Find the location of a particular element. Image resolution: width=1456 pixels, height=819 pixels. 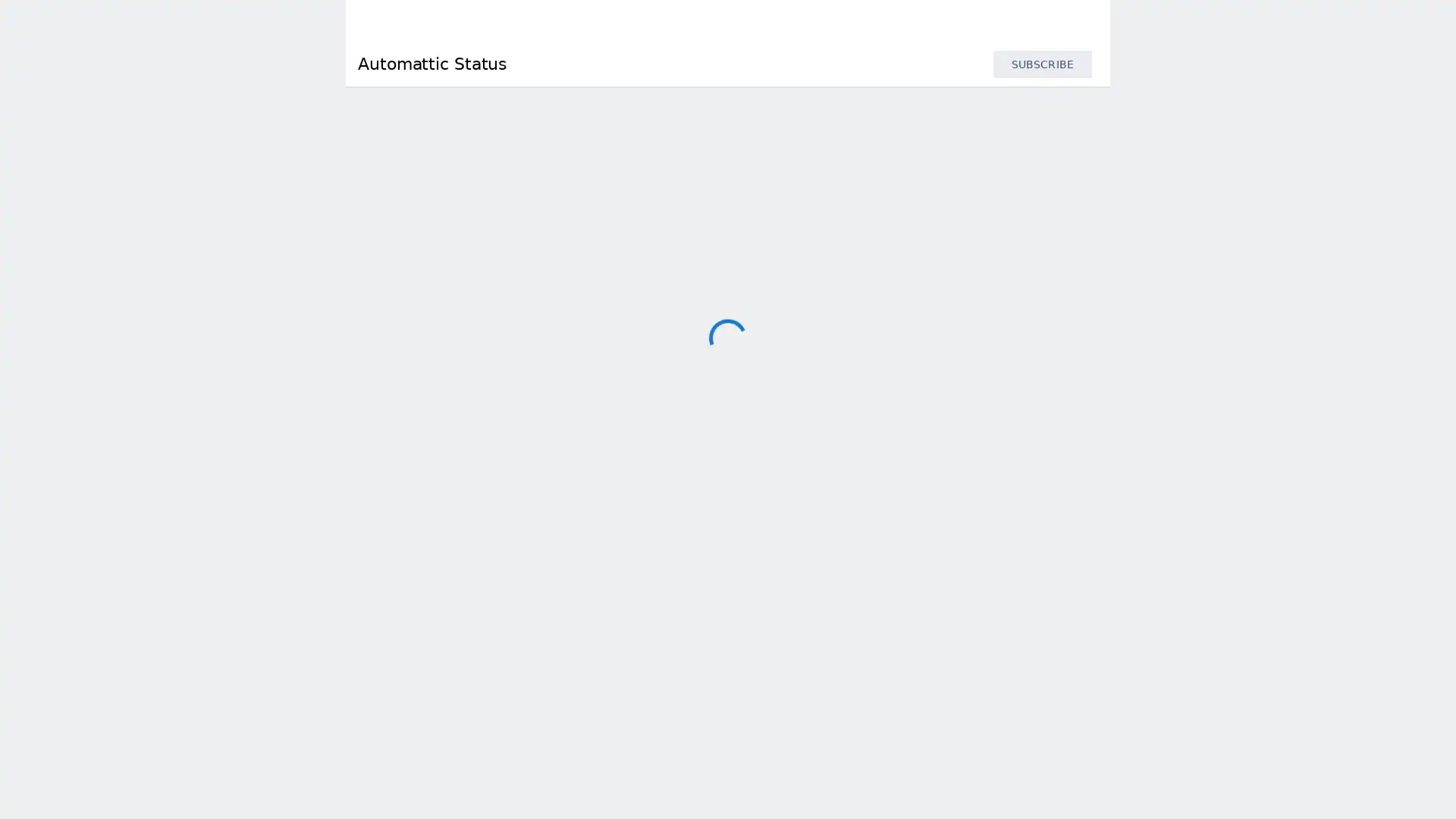

Jetpack Stats Response Time : 53 ms is located at coordinates (635, 597).